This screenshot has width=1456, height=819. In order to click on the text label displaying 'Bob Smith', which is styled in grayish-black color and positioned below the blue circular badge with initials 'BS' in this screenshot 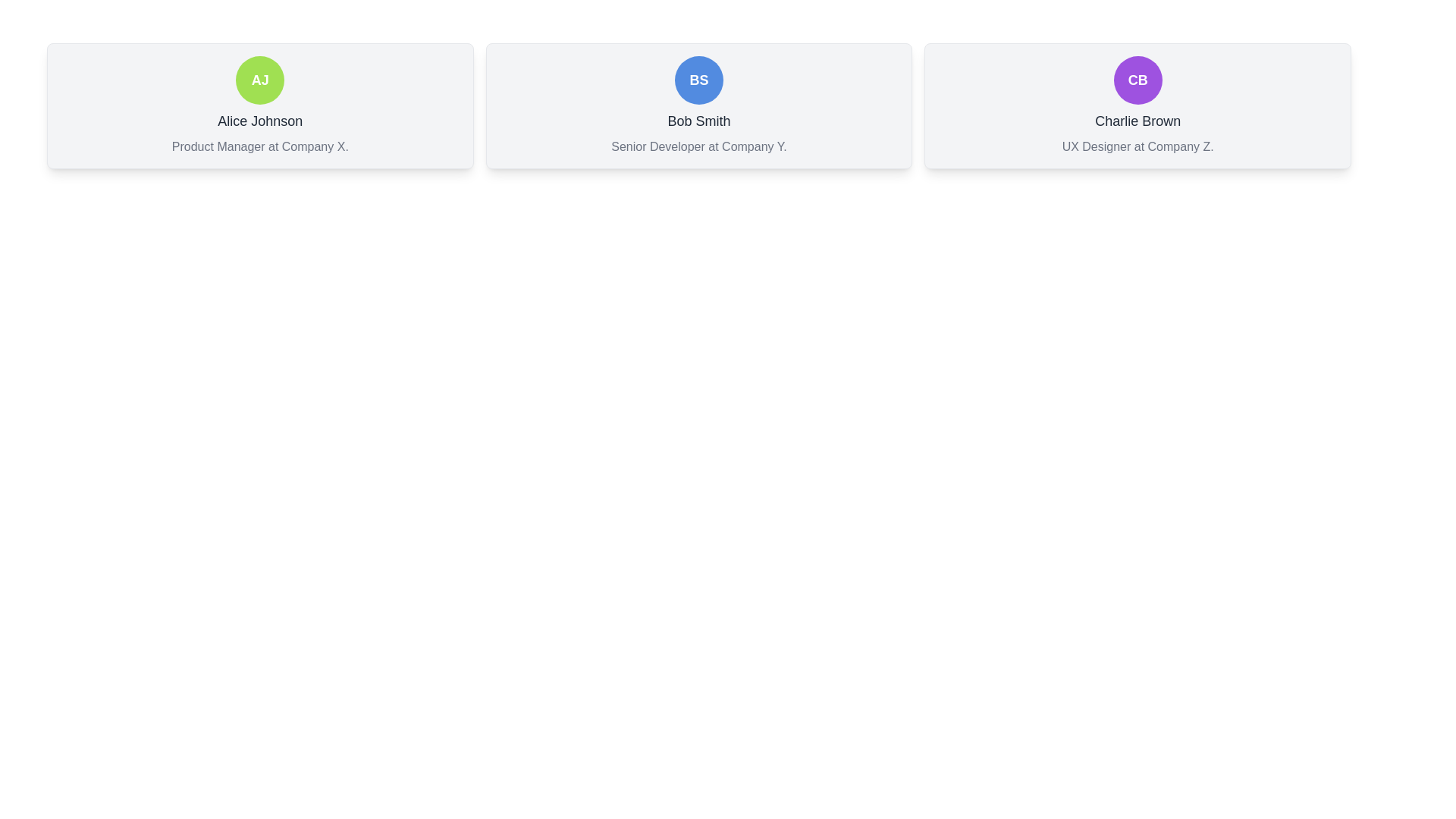, I will do `click(698, 120)`.